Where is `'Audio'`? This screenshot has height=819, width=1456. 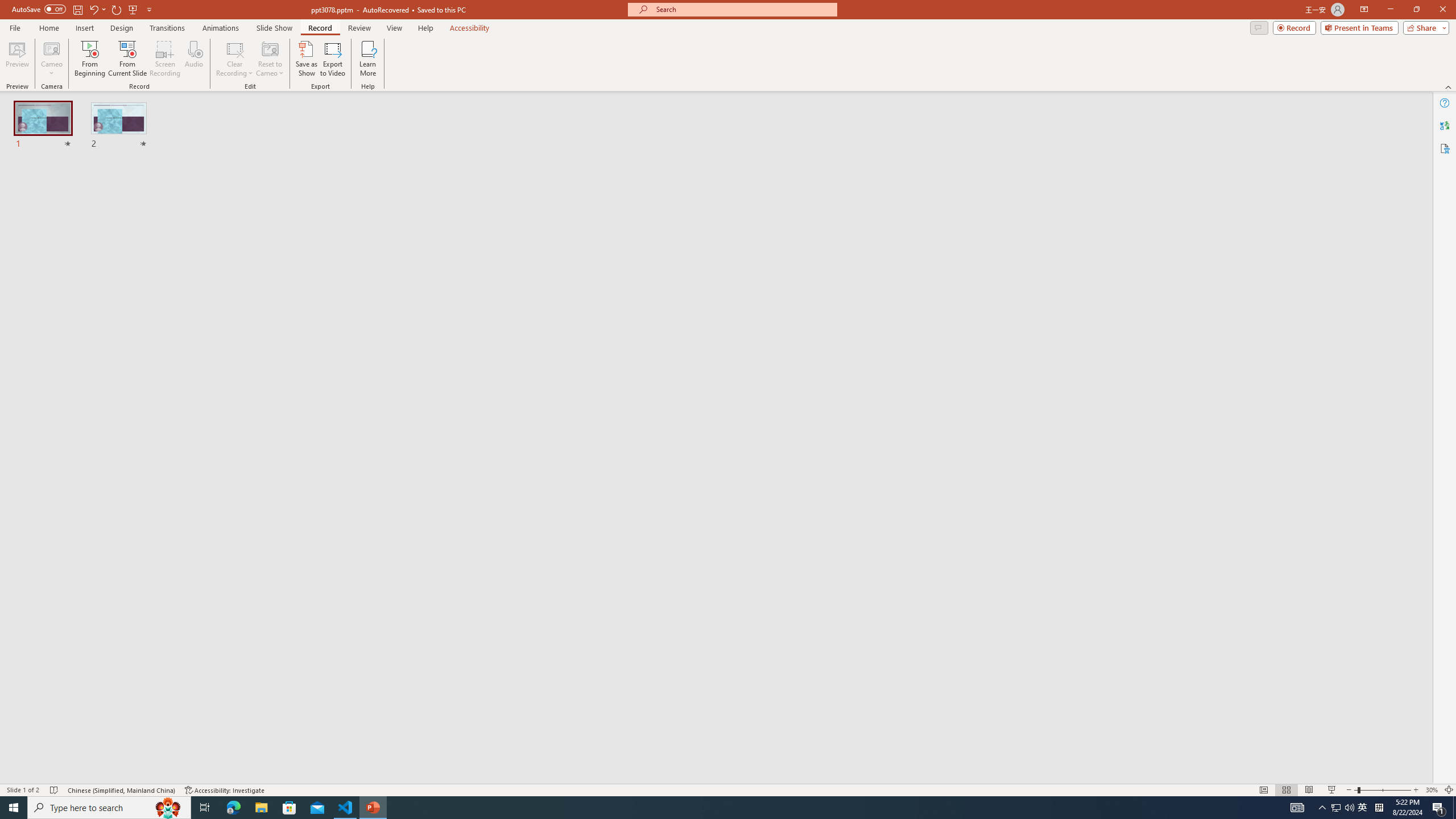 'Audio' is located at coordinates (193, 59).